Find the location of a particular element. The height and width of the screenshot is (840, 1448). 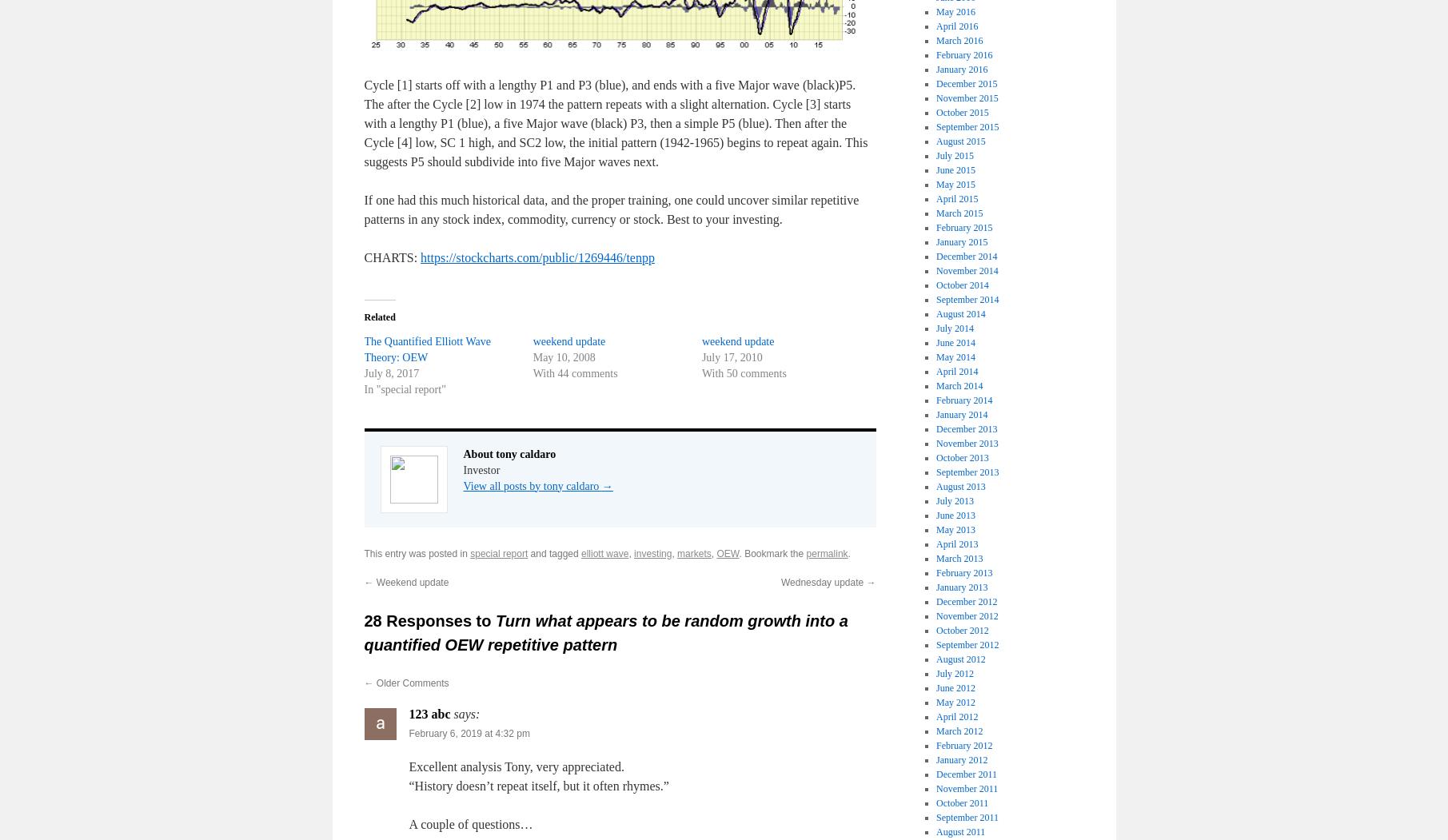

'September 2015' is located at coordinates (967, 125).